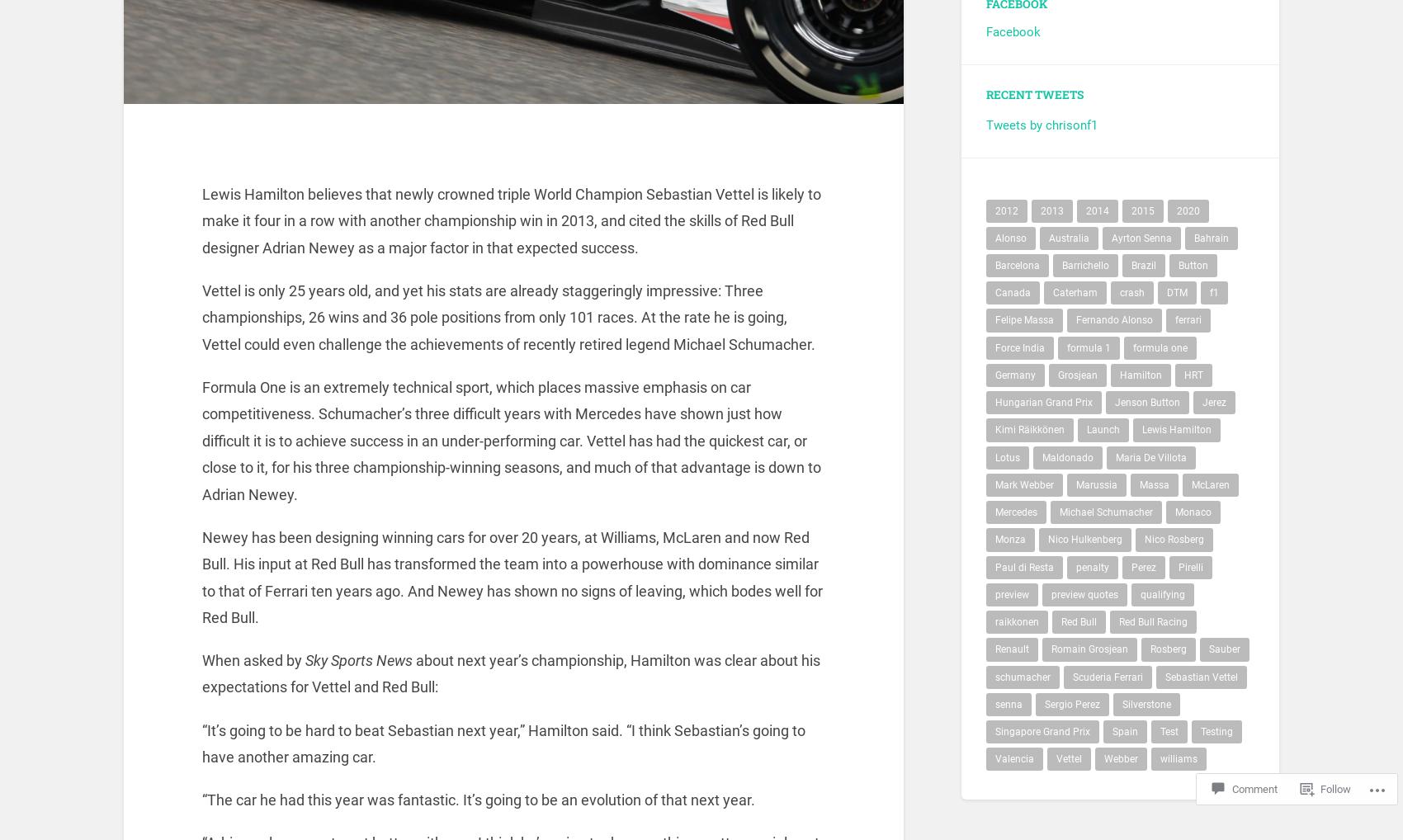 The width and height of the screenshot is (1403, 840). Describe the element at coordinates (201, 328) in the screenshot. I see `'Vettel is only 25 years old, and yet his stats are already staggeringly impressive: Three championships, 26 wins and 36 pole positions from only 101 races. At the rate he is going, Vettel could even challenge the achievements of recently retired legend Michael Schumacher.'` at that location.